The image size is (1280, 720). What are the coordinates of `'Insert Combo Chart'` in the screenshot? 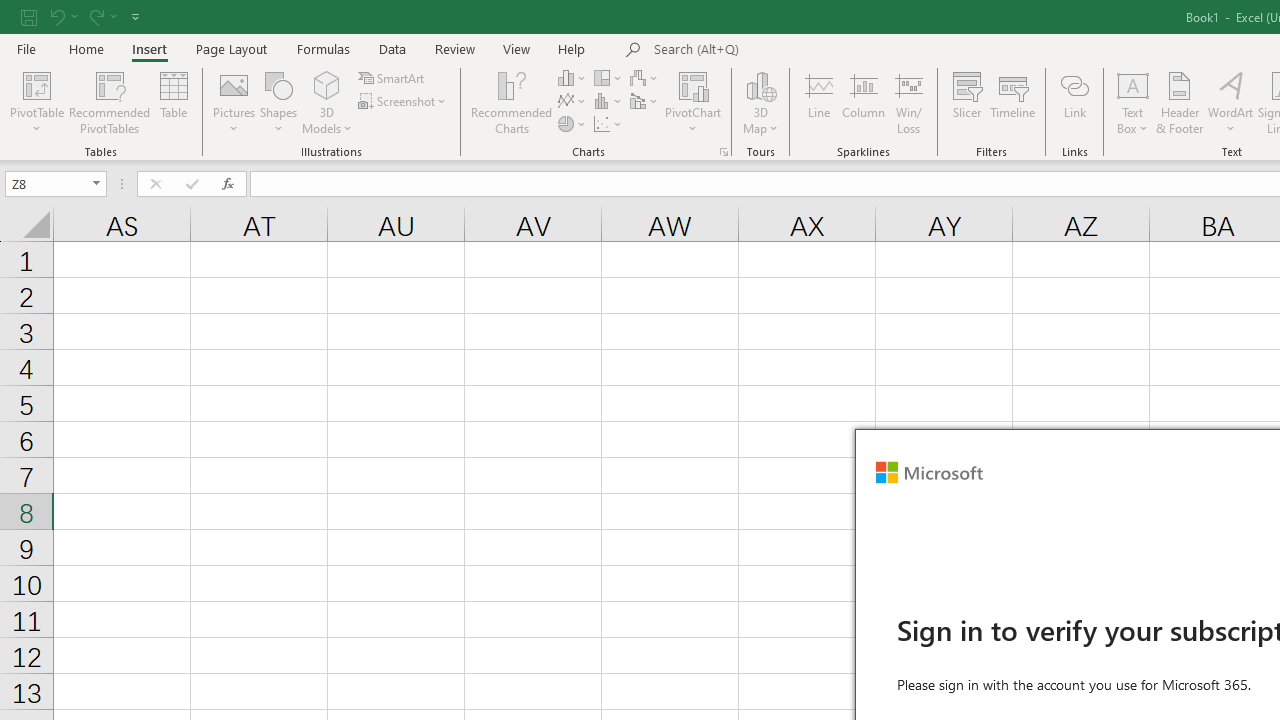 It's located at (645, 101).